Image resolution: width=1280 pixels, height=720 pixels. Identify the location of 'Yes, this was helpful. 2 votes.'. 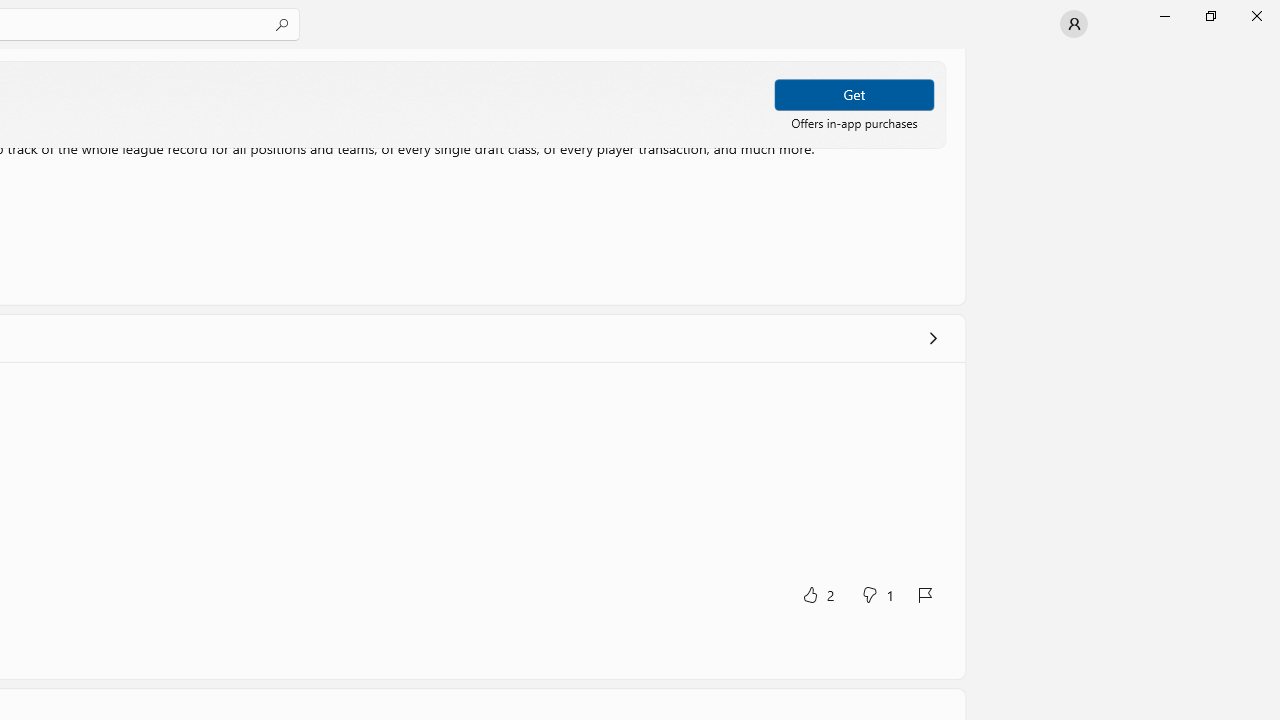
(817, 593).